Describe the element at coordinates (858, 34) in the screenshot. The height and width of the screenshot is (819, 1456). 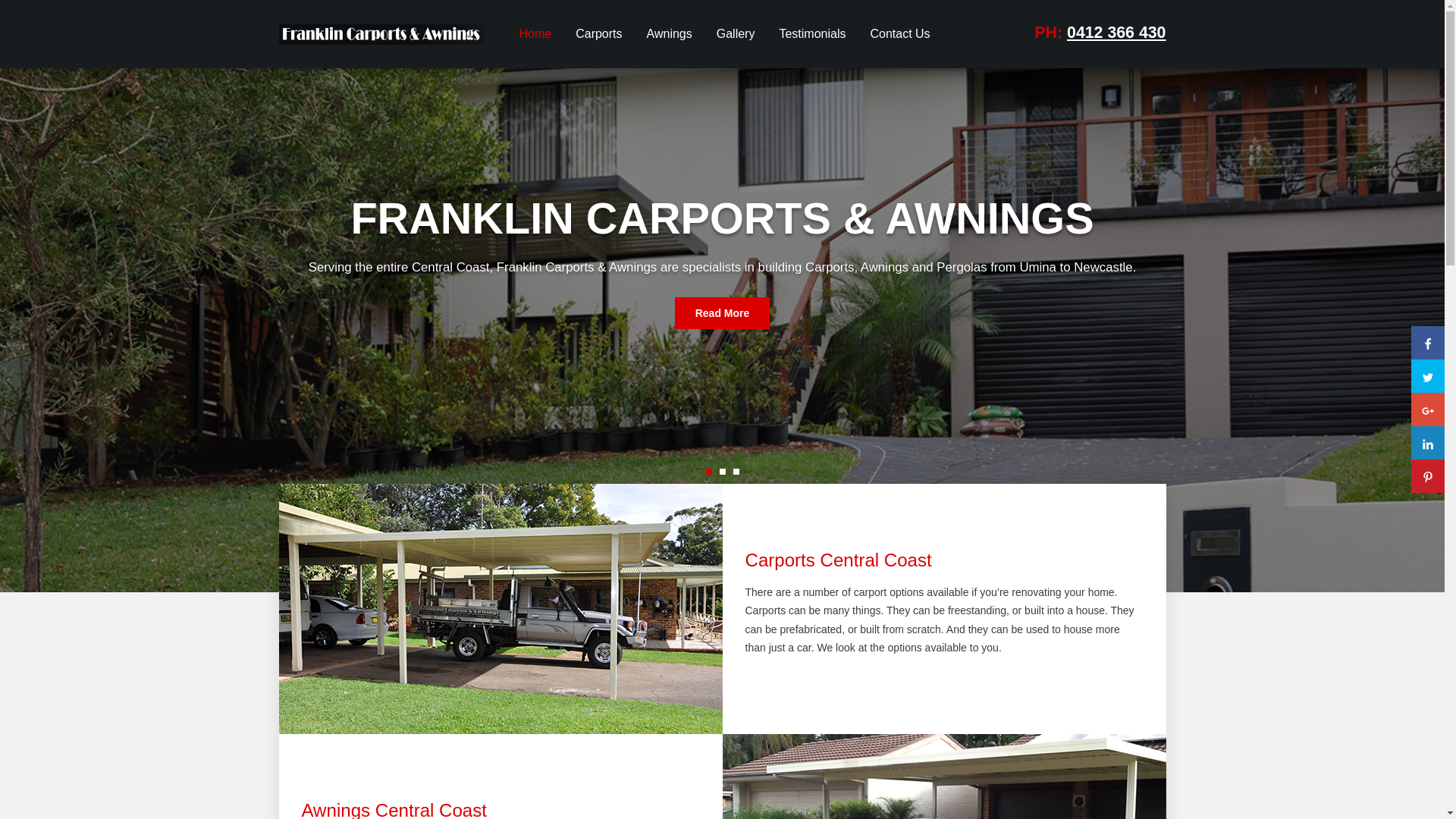
I see `'Contact Us'` at that location.